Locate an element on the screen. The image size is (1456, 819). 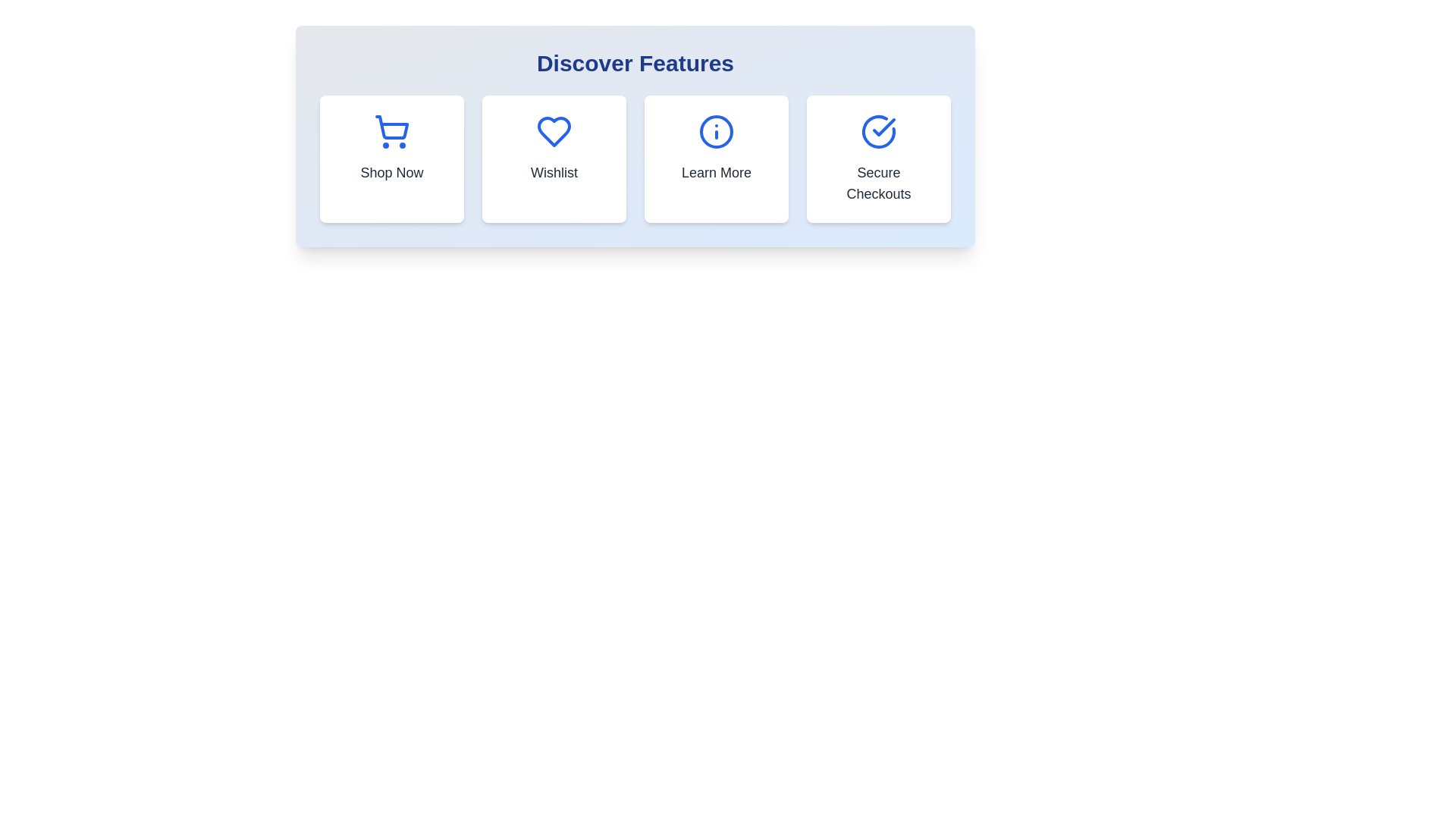
the blue shopping cart icon, which is located within the first card under the heading 'Discover Features' is located at coordinates (392, 130).